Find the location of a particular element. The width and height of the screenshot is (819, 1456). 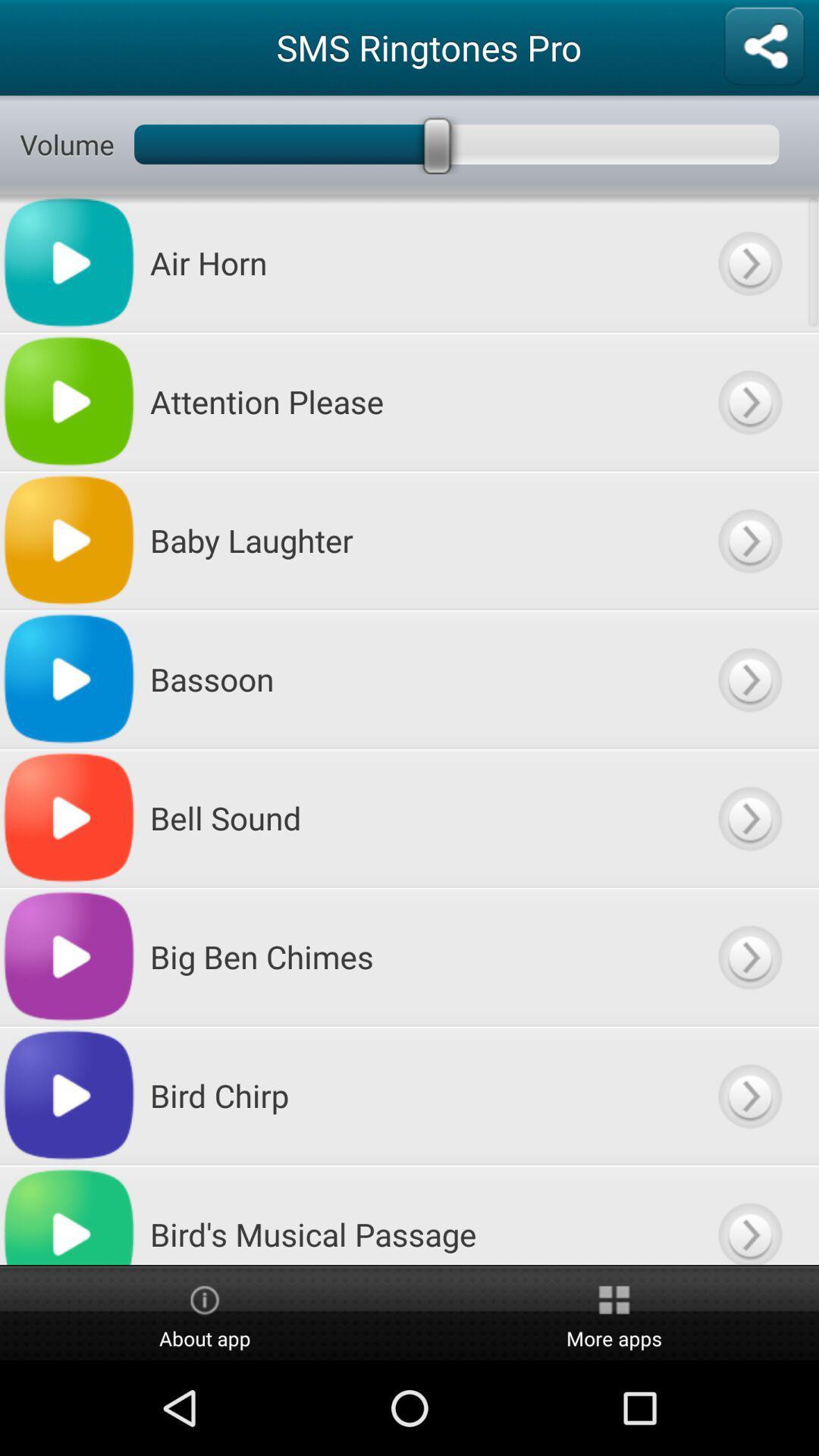

open item is located at coordinates (748, 540).